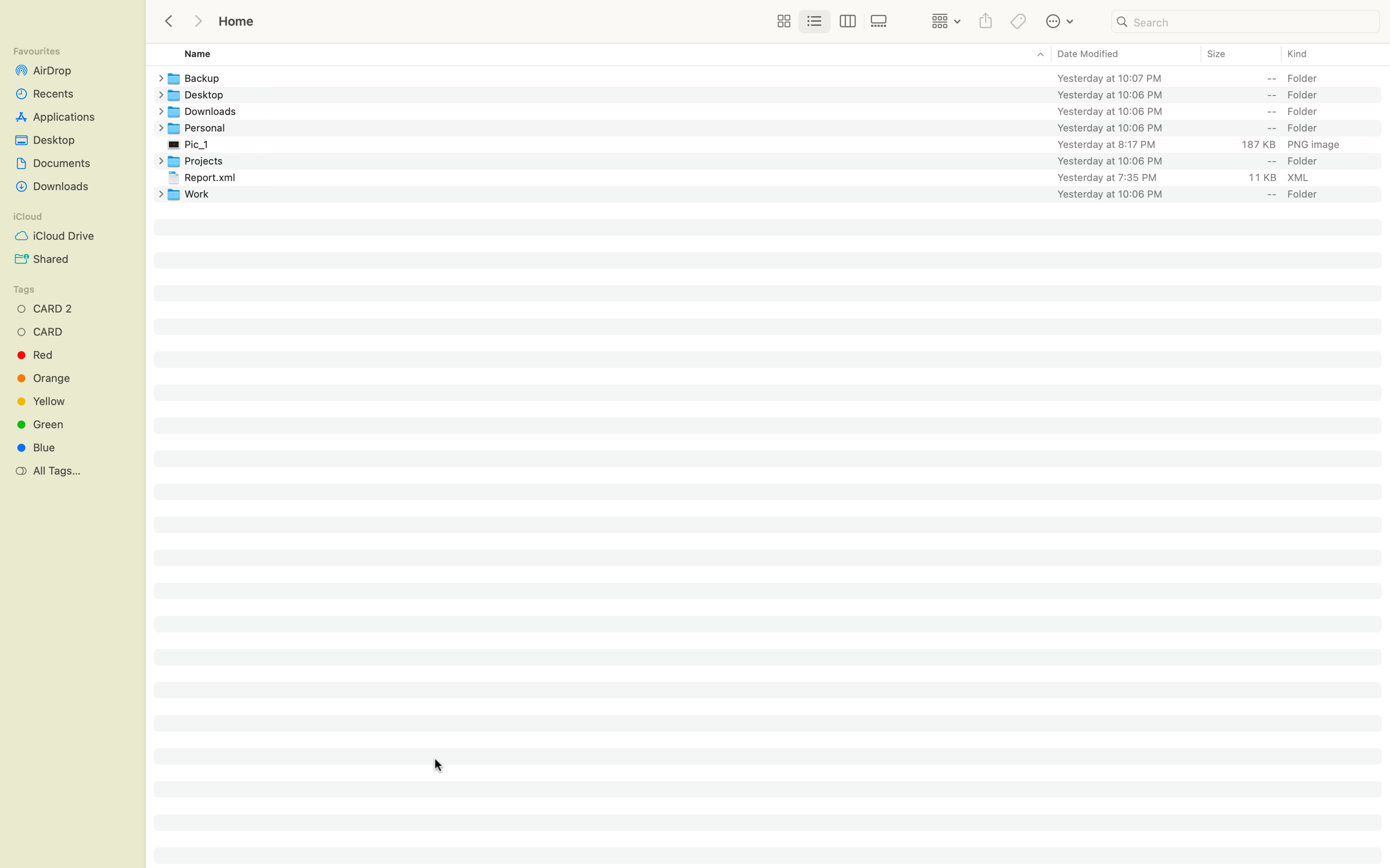  I want to click on the Downloads folder and then revert to the preceding folder, so click(778, 110).